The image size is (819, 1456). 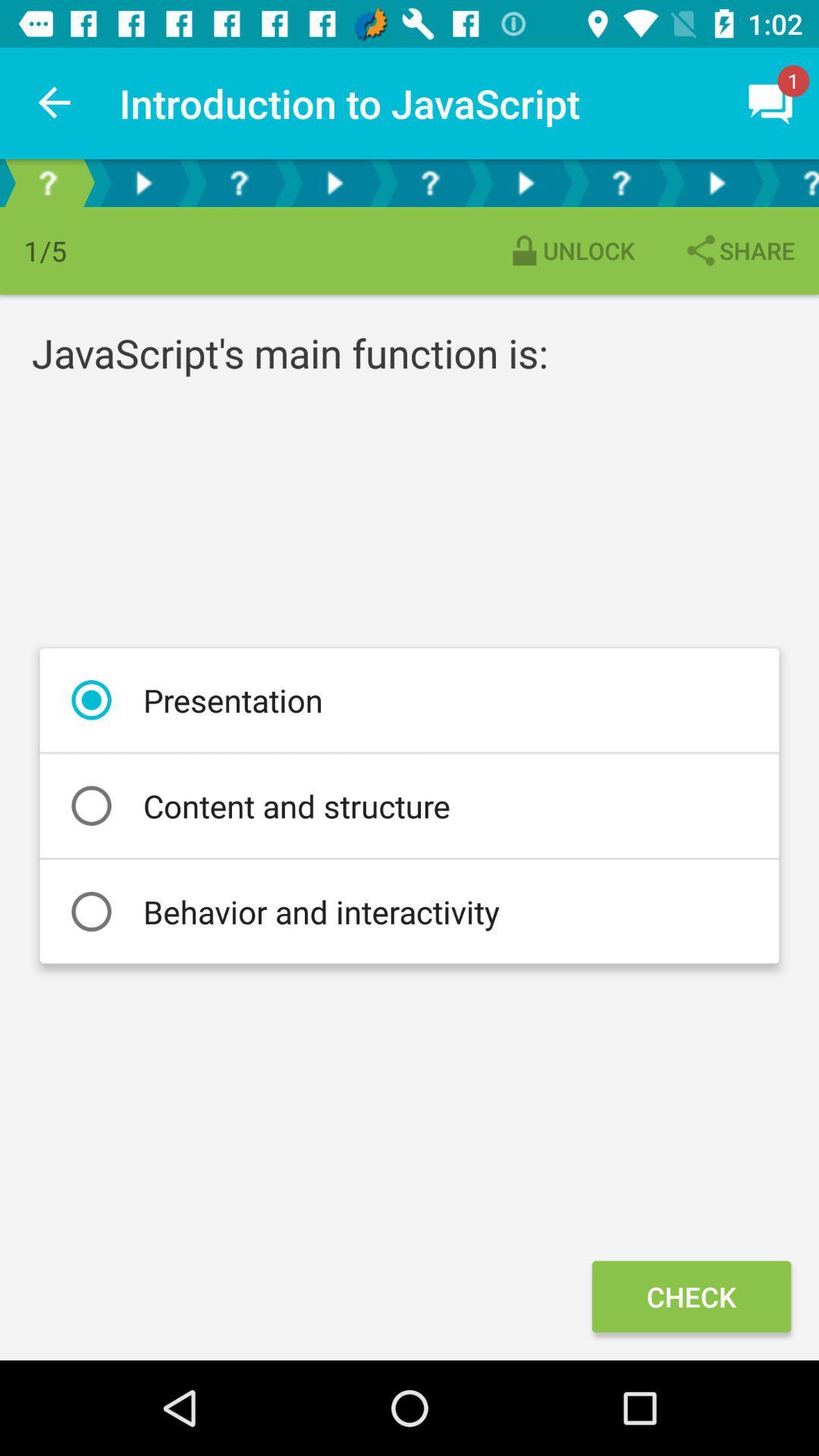 What do you see at coordinates (570, 250) in the screenshot?
I see `unlock item` at bounding box center [570, 250].